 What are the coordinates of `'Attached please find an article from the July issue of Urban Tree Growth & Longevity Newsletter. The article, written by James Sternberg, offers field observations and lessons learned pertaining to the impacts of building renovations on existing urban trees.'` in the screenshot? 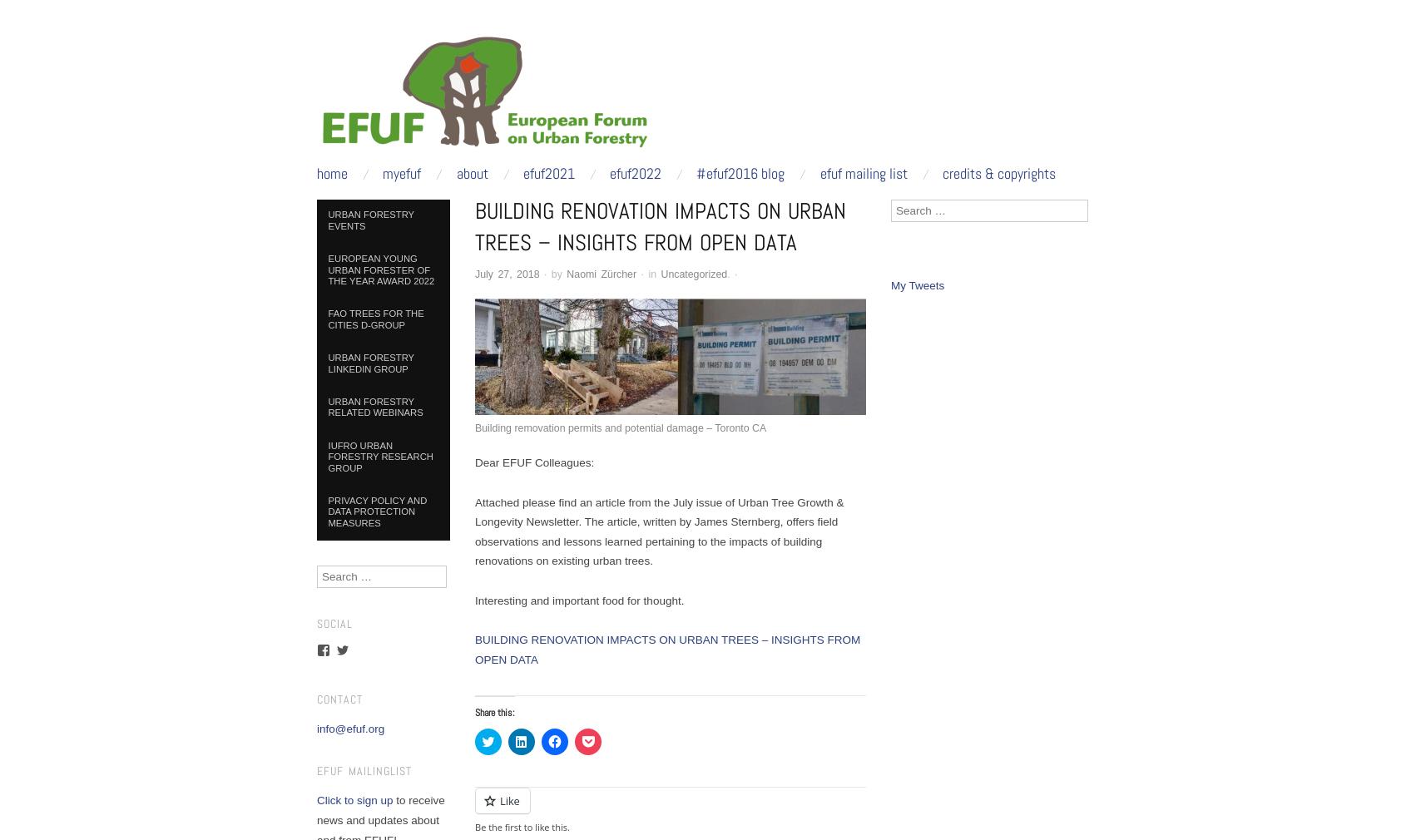 It's located at (658, 531).